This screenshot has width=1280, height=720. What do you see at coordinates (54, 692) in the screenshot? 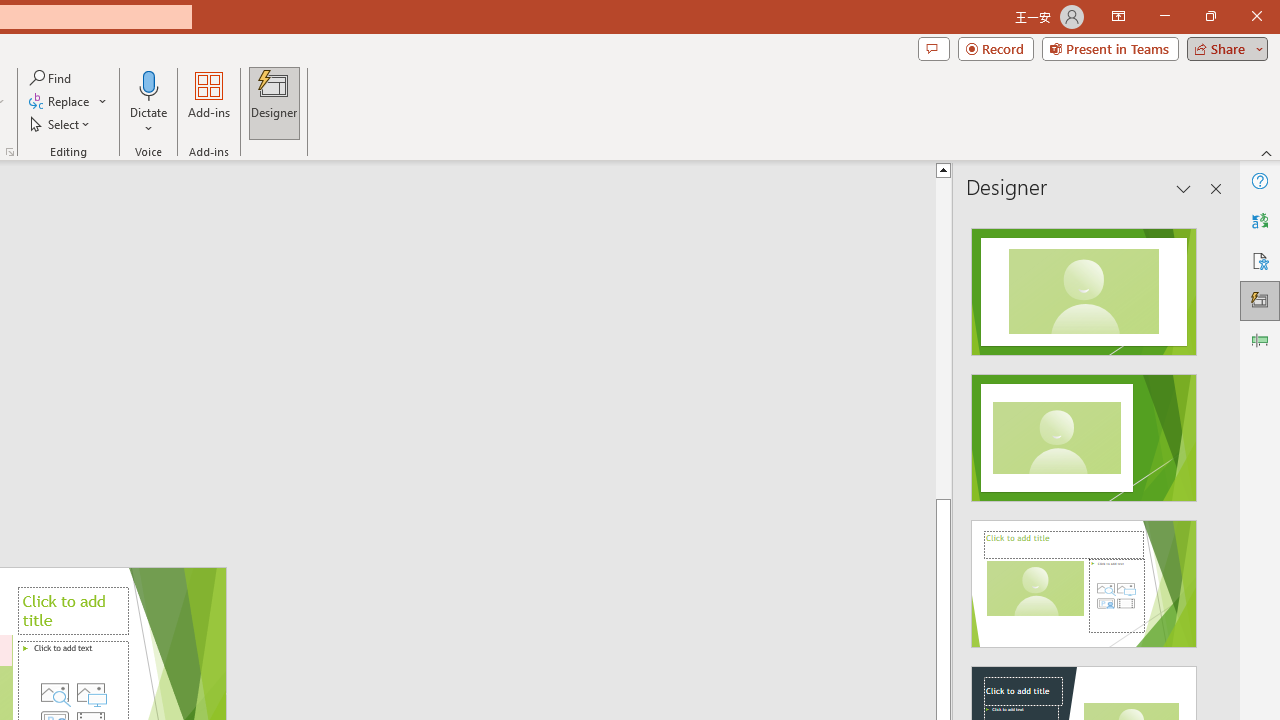
I see `'Stock Images'` at bounding box center [54, 692].